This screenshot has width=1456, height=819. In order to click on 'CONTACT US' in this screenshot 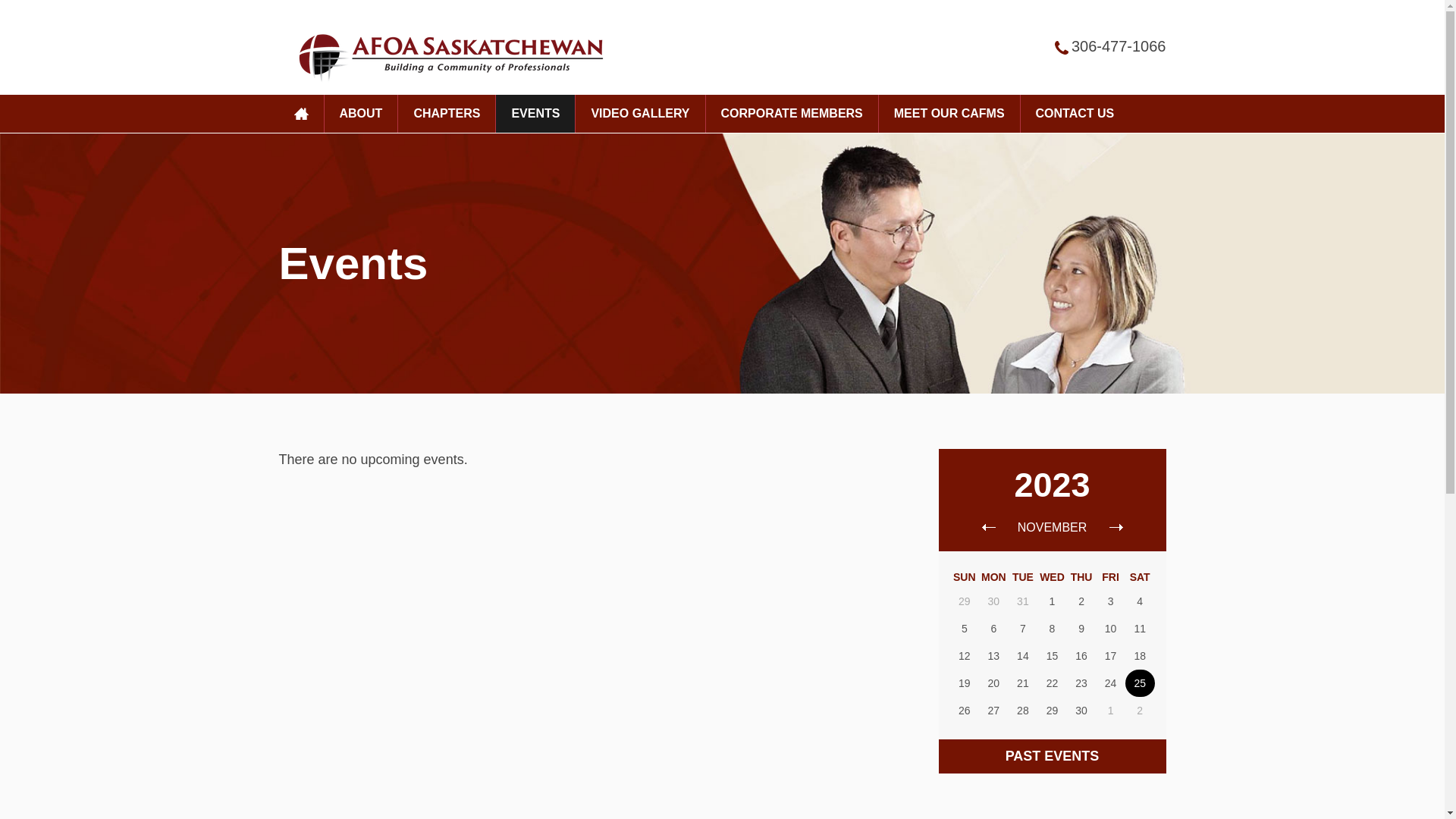, I will do `click(1074, 113)`.